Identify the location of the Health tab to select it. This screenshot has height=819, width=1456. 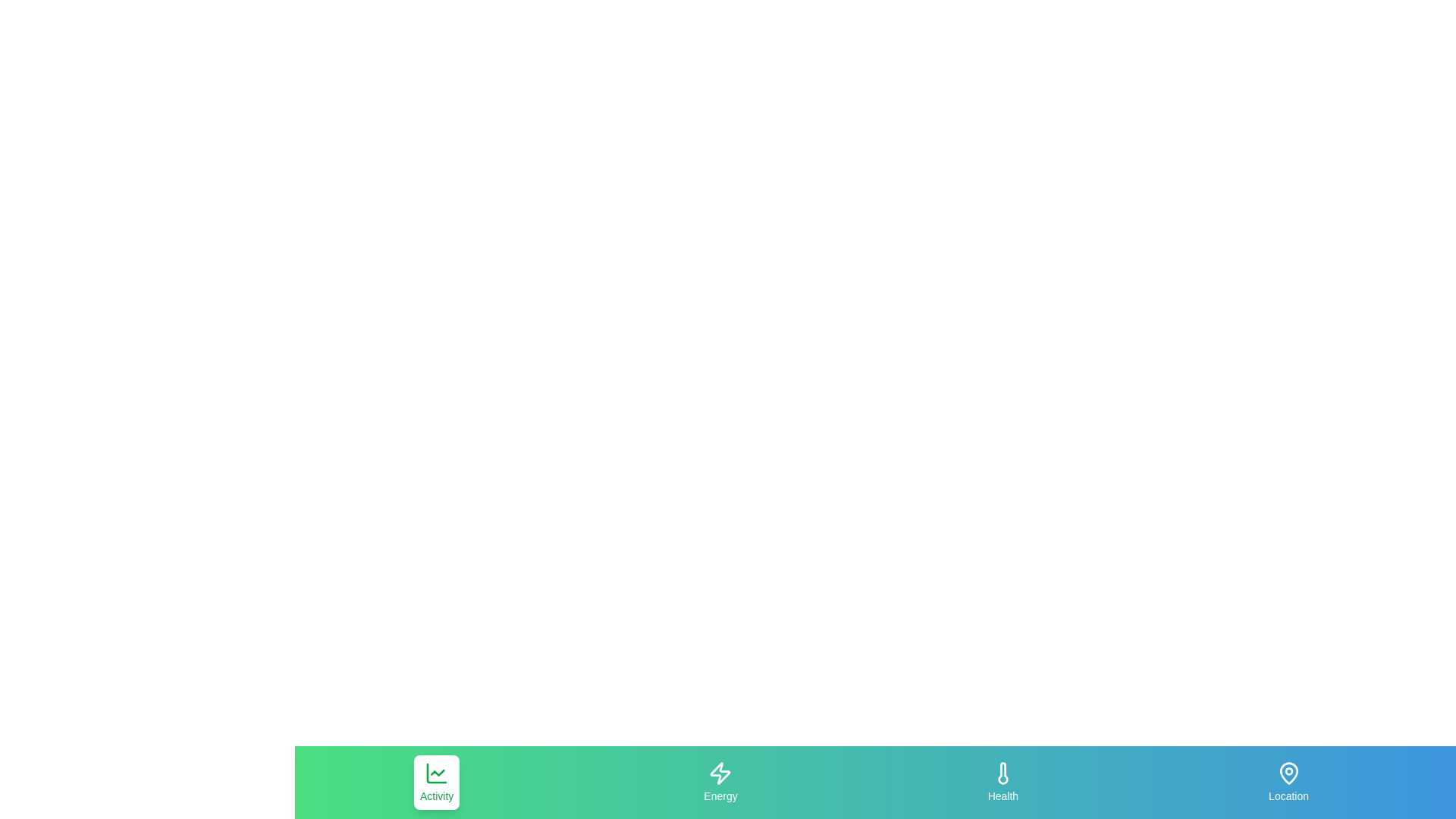
(1003, 783).